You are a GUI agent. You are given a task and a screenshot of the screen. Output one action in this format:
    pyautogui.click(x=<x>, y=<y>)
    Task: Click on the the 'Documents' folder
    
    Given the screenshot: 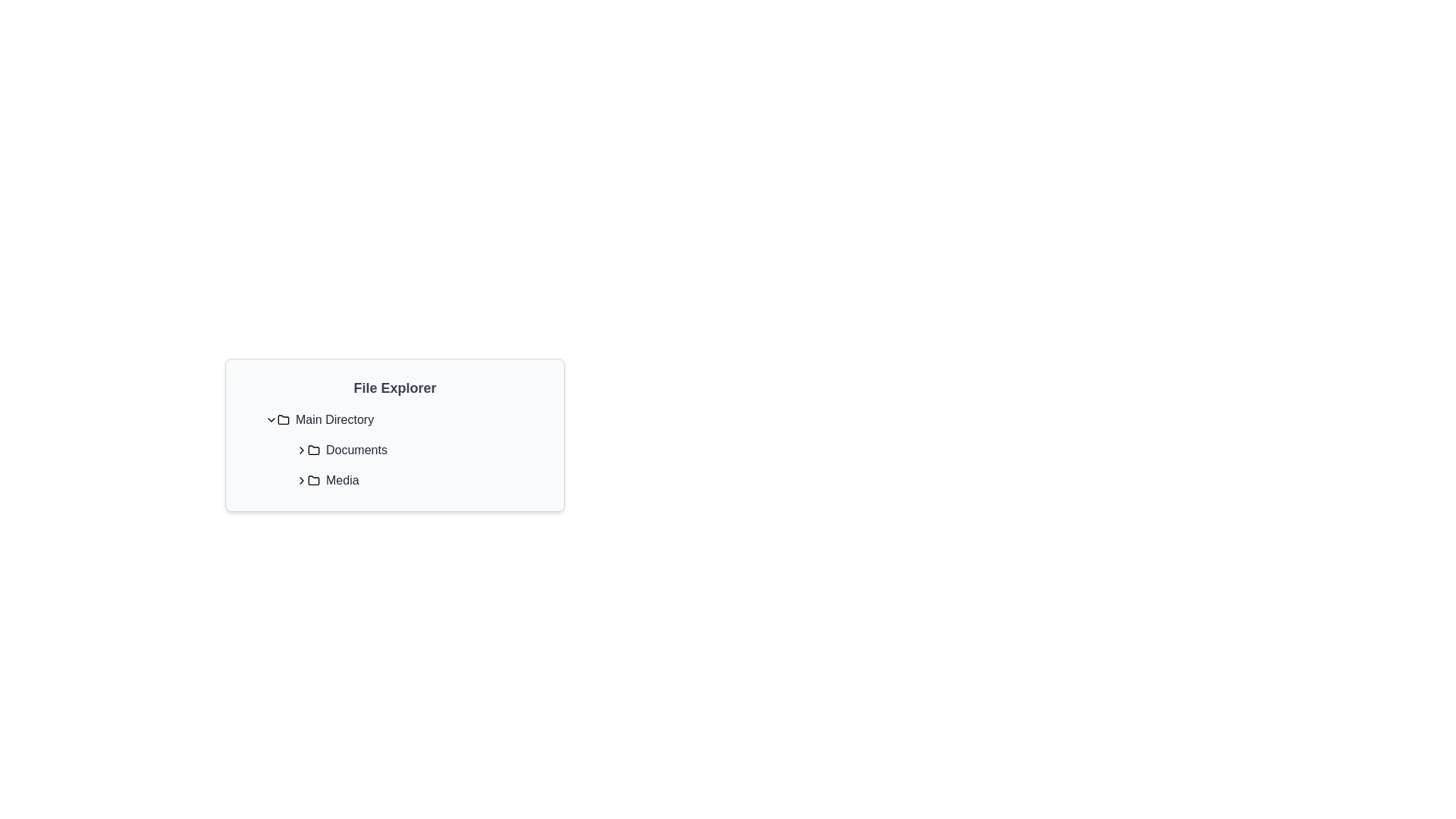 What is the action you would take?
    pyautogui.click(x=400, y=450)
    